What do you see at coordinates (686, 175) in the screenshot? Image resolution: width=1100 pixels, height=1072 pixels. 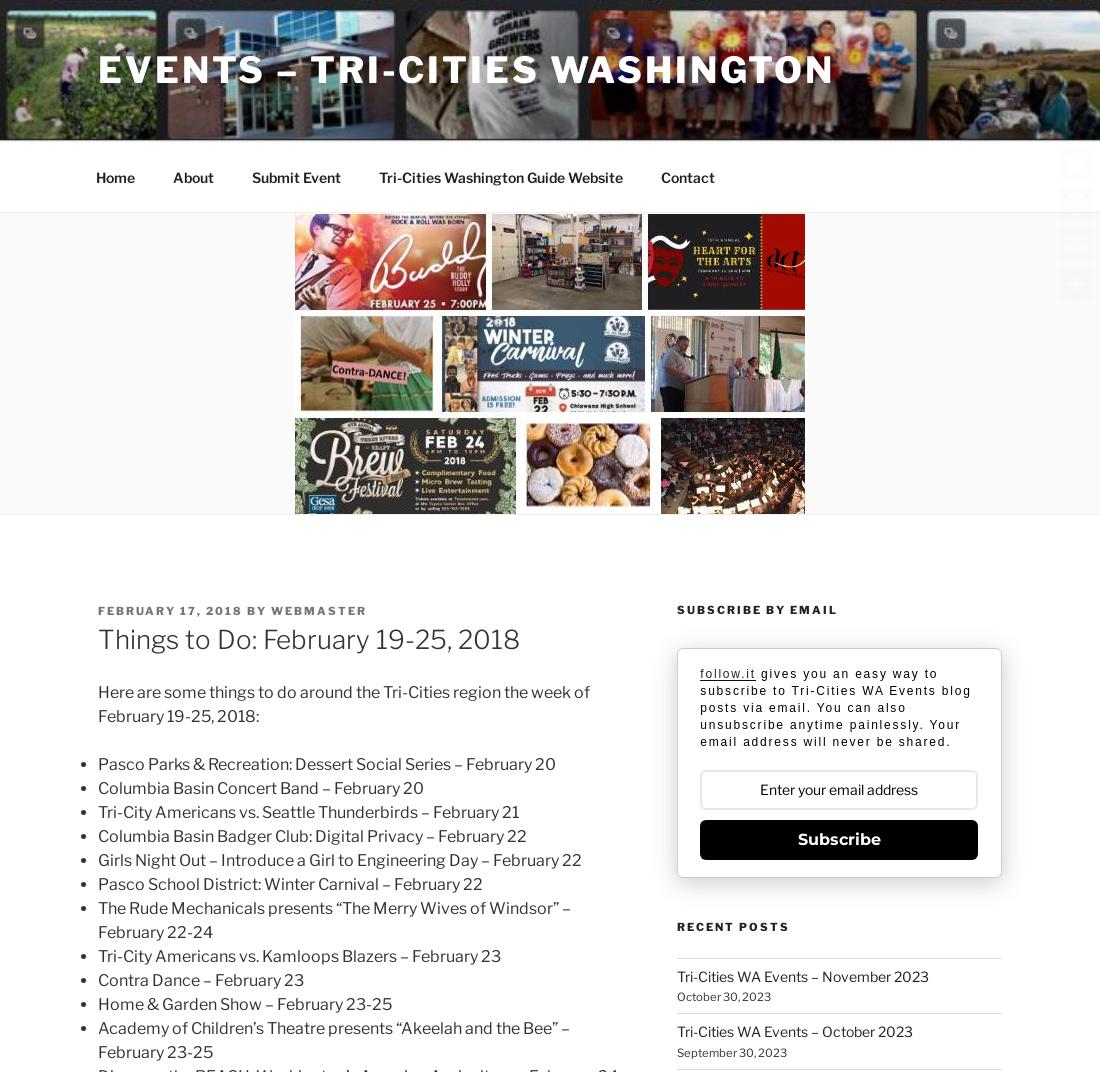 I see `'Contact'` at bounding box center [686, 175].